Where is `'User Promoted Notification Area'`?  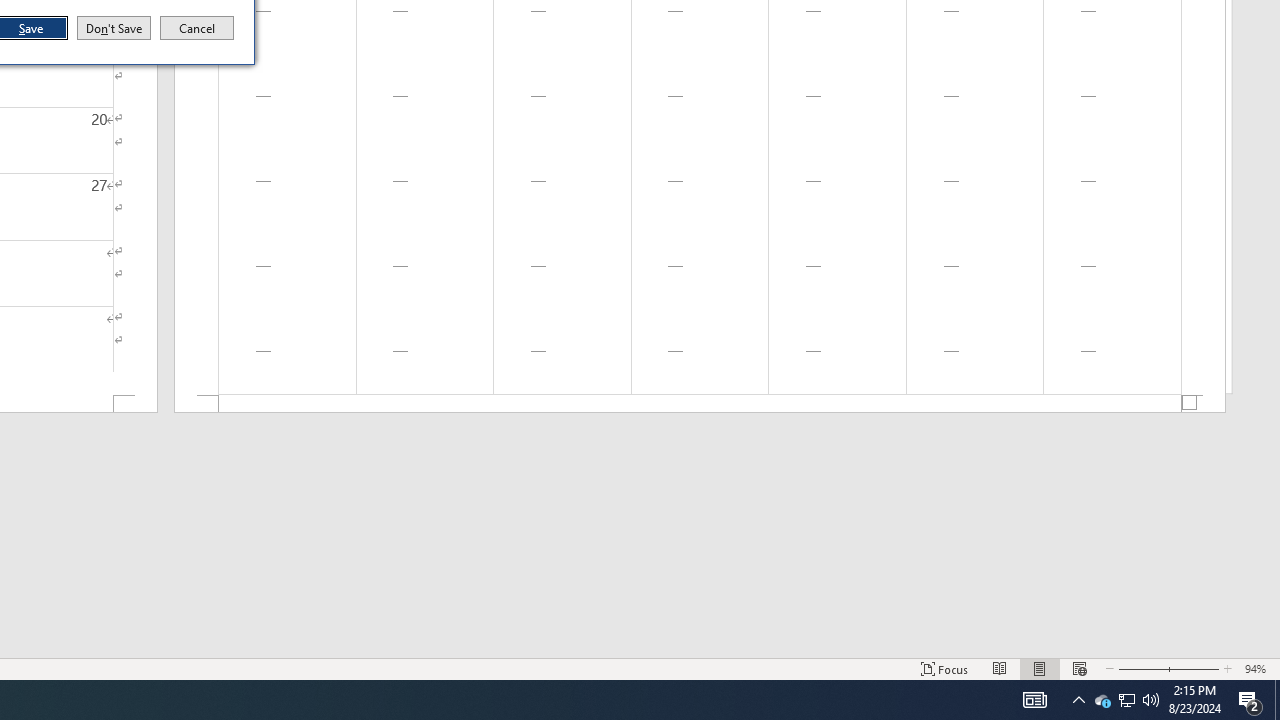 'User Promoted Notification Area' is located at coordinates (1141, 669).